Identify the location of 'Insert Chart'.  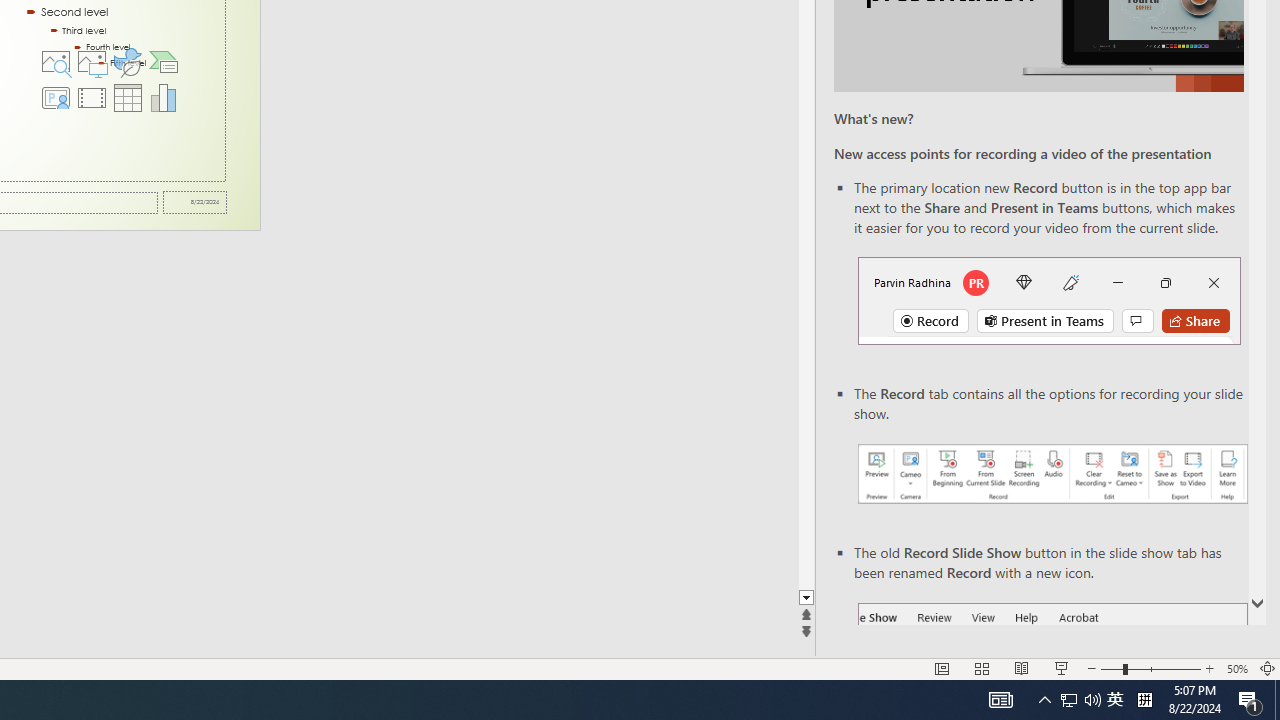
(164, 97).